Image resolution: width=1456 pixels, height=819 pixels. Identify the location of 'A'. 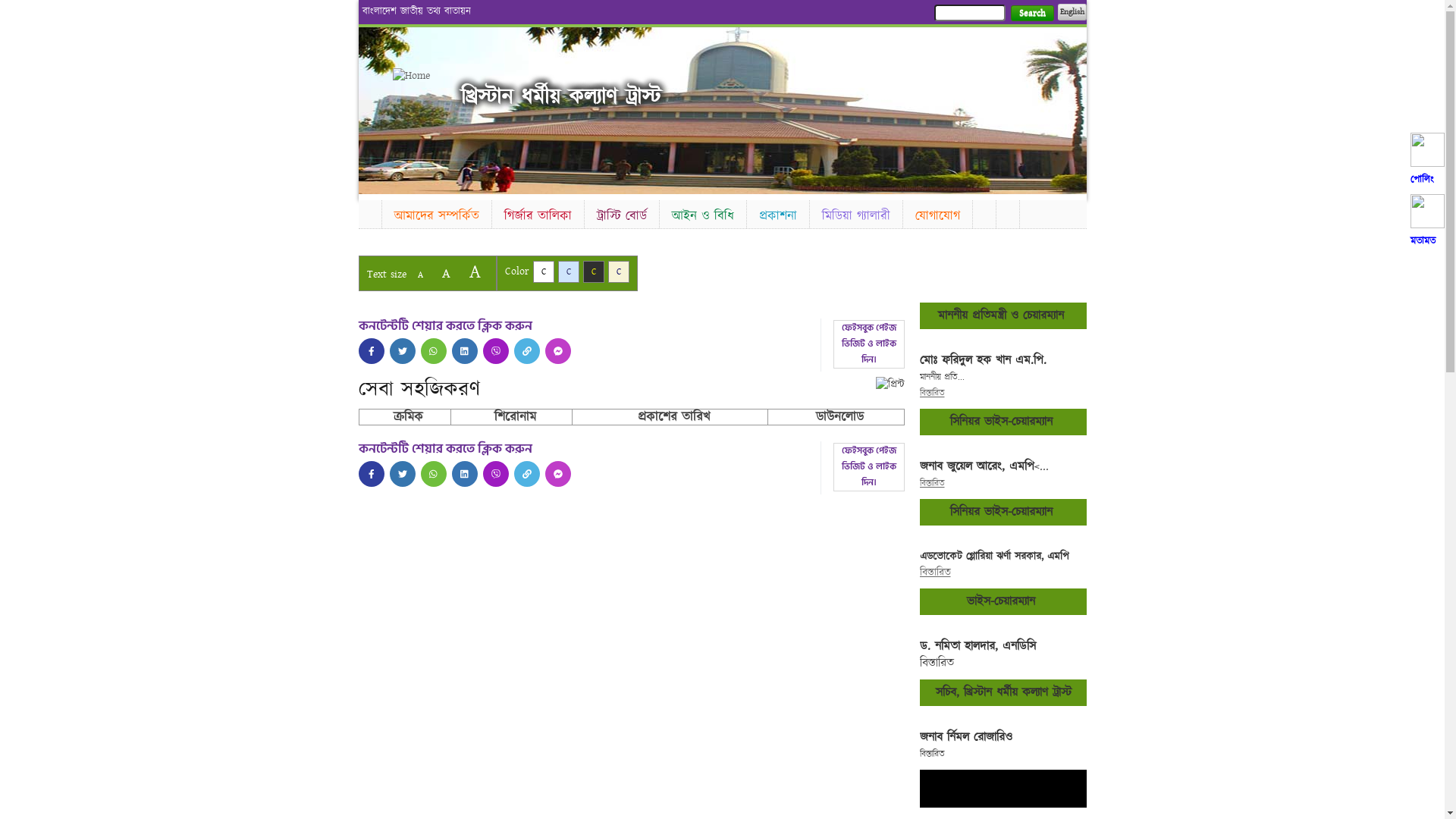
(473, 271).